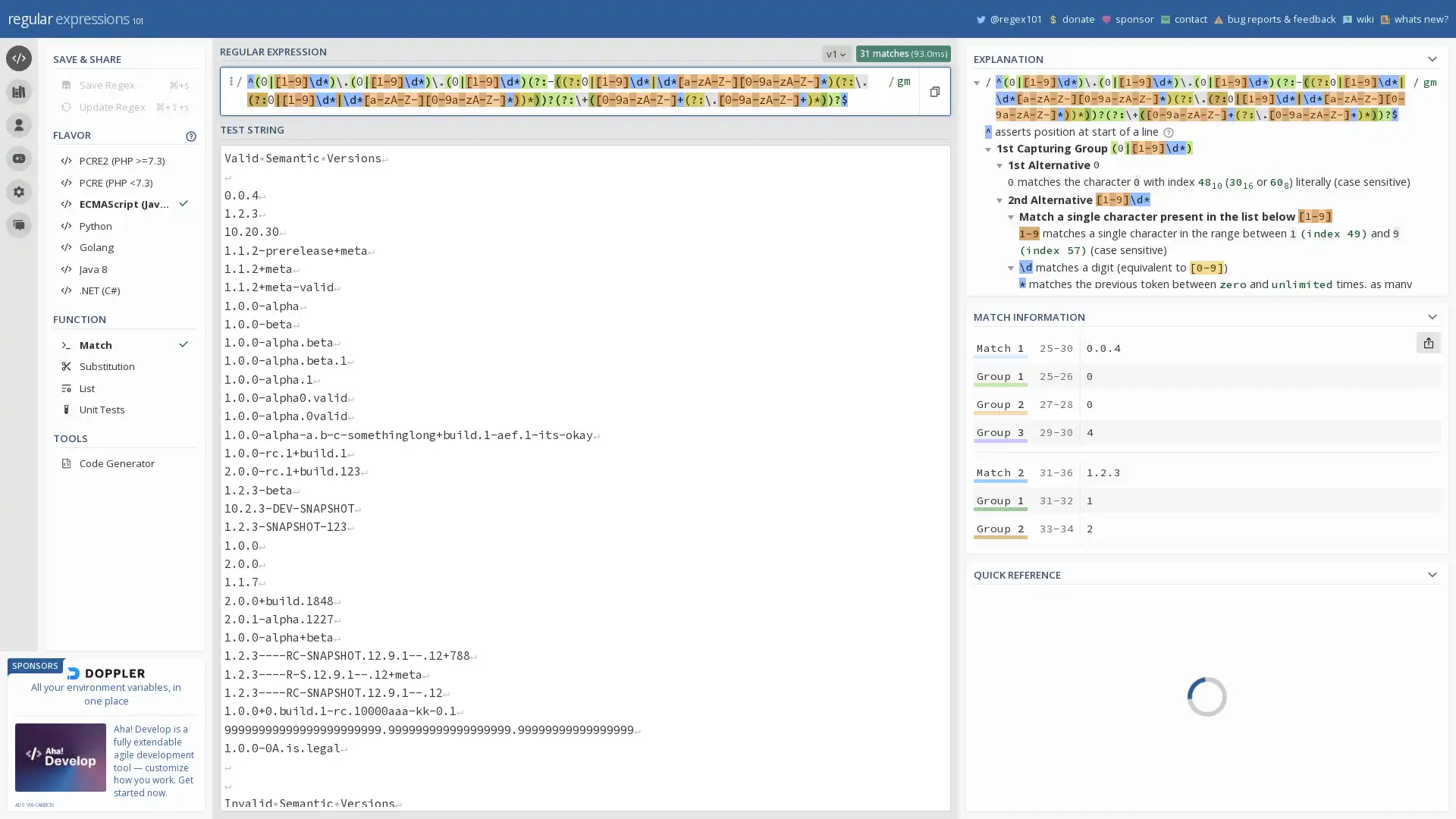 This screenshot has height=819, width=1456. Describe the element at coordinates (1207, 56) in the screenshot. I see `EXPLANATION` at that location.